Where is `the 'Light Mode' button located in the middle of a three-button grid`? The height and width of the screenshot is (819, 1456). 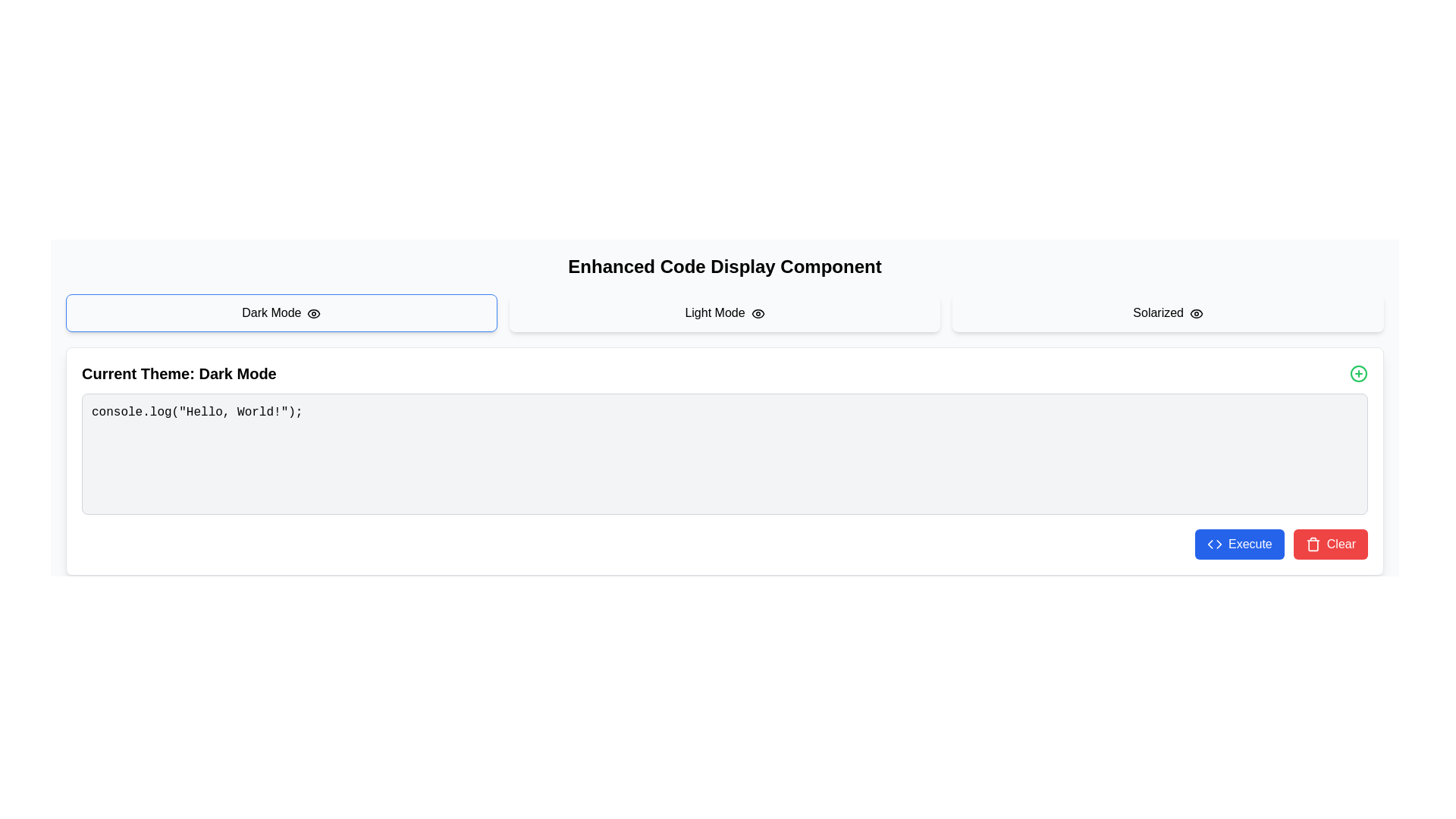 the 'Light Mode' button located in the middle of a three-button grid is located at coordinates (723, 312).